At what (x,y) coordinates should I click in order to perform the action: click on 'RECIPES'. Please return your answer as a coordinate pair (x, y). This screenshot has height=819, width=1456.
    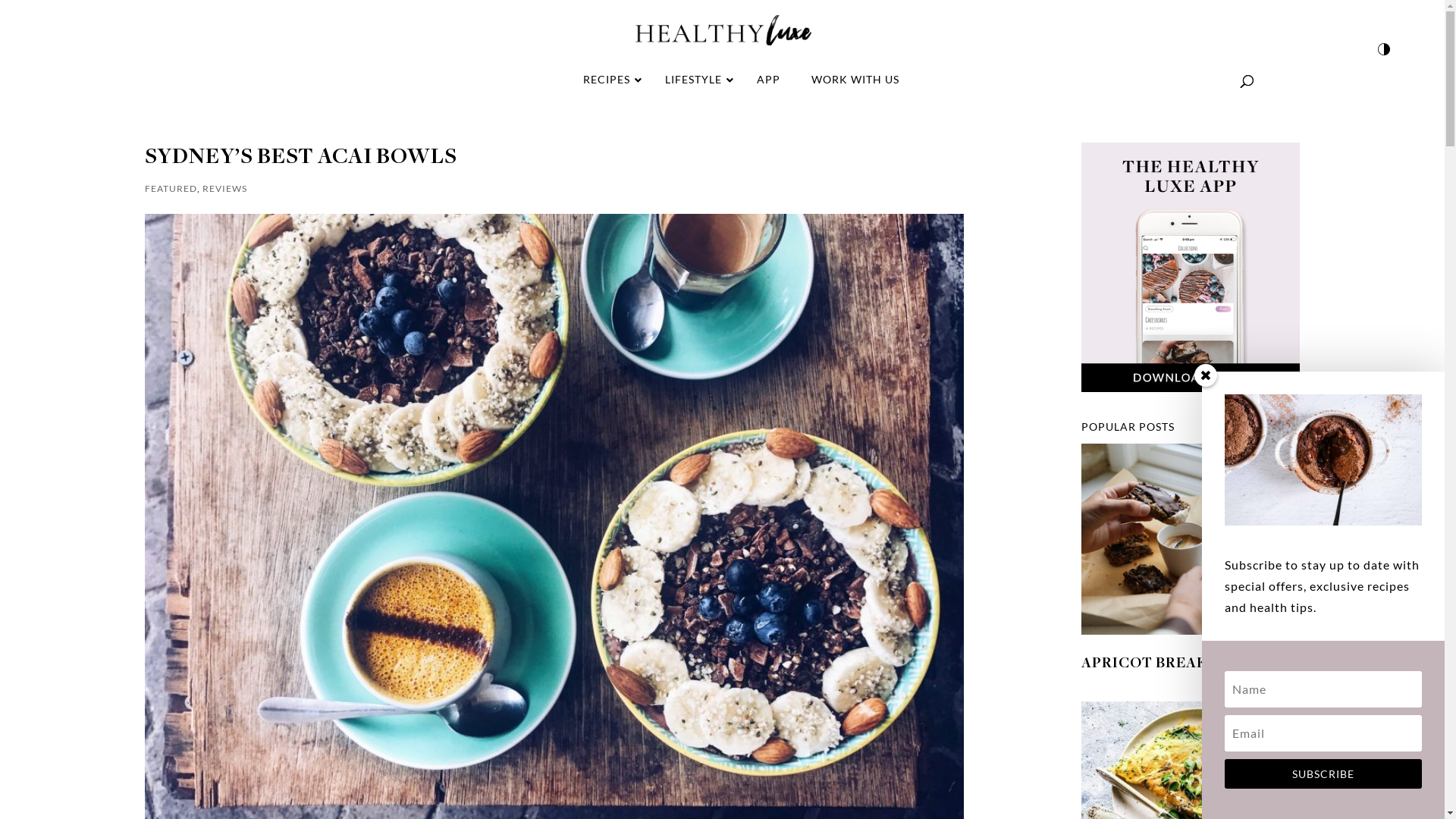
    Looking at the image, I should click on (608, 79).